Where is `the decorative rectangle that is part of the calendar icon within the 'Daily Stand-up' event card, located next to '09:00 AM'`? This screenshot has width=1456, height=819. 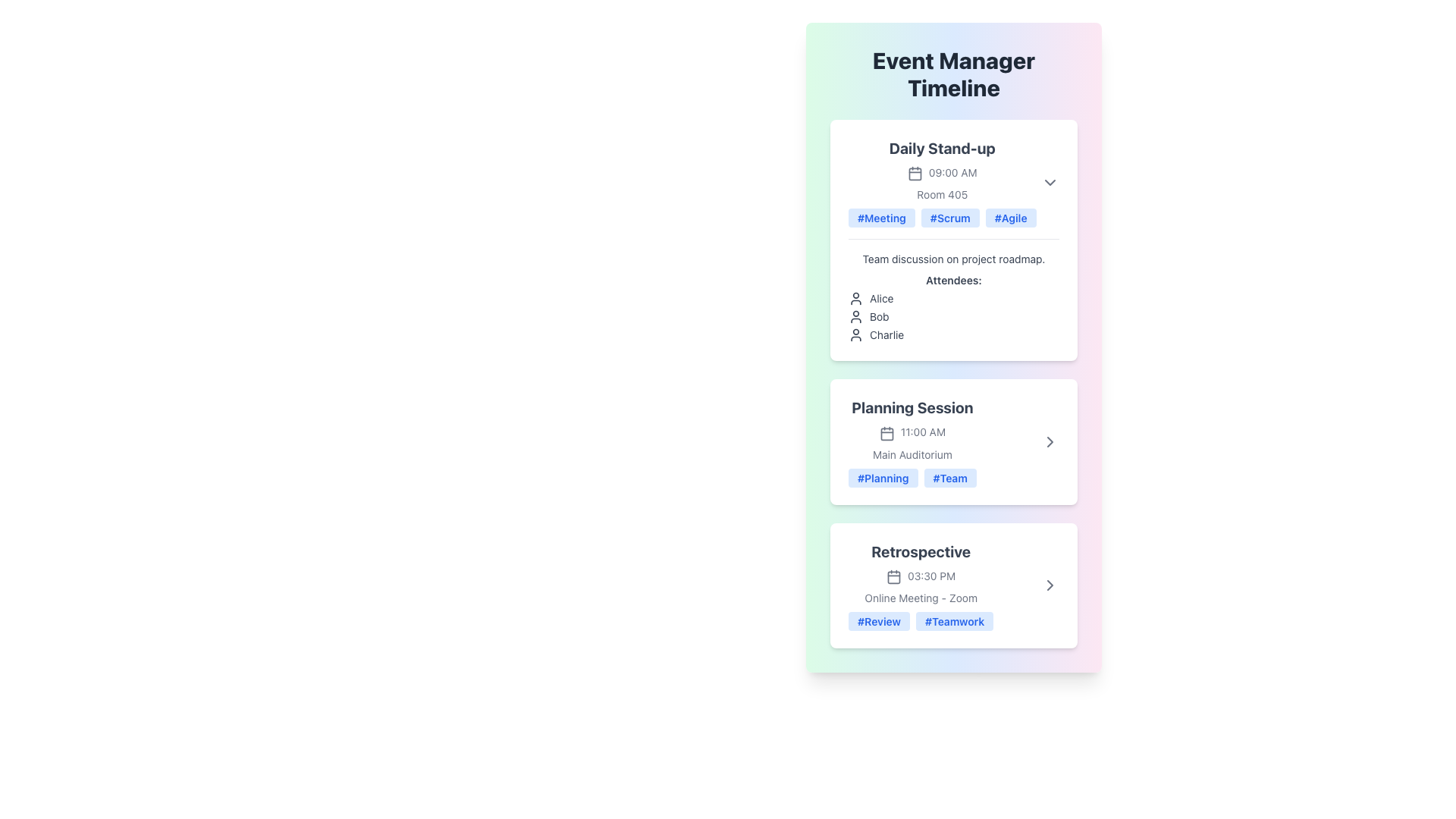 the decorative rectangle that is part of the calendar icon within the 'Daily Stand-up' event card, located next to '09:00 AM' is located at coordinates (914, 174).